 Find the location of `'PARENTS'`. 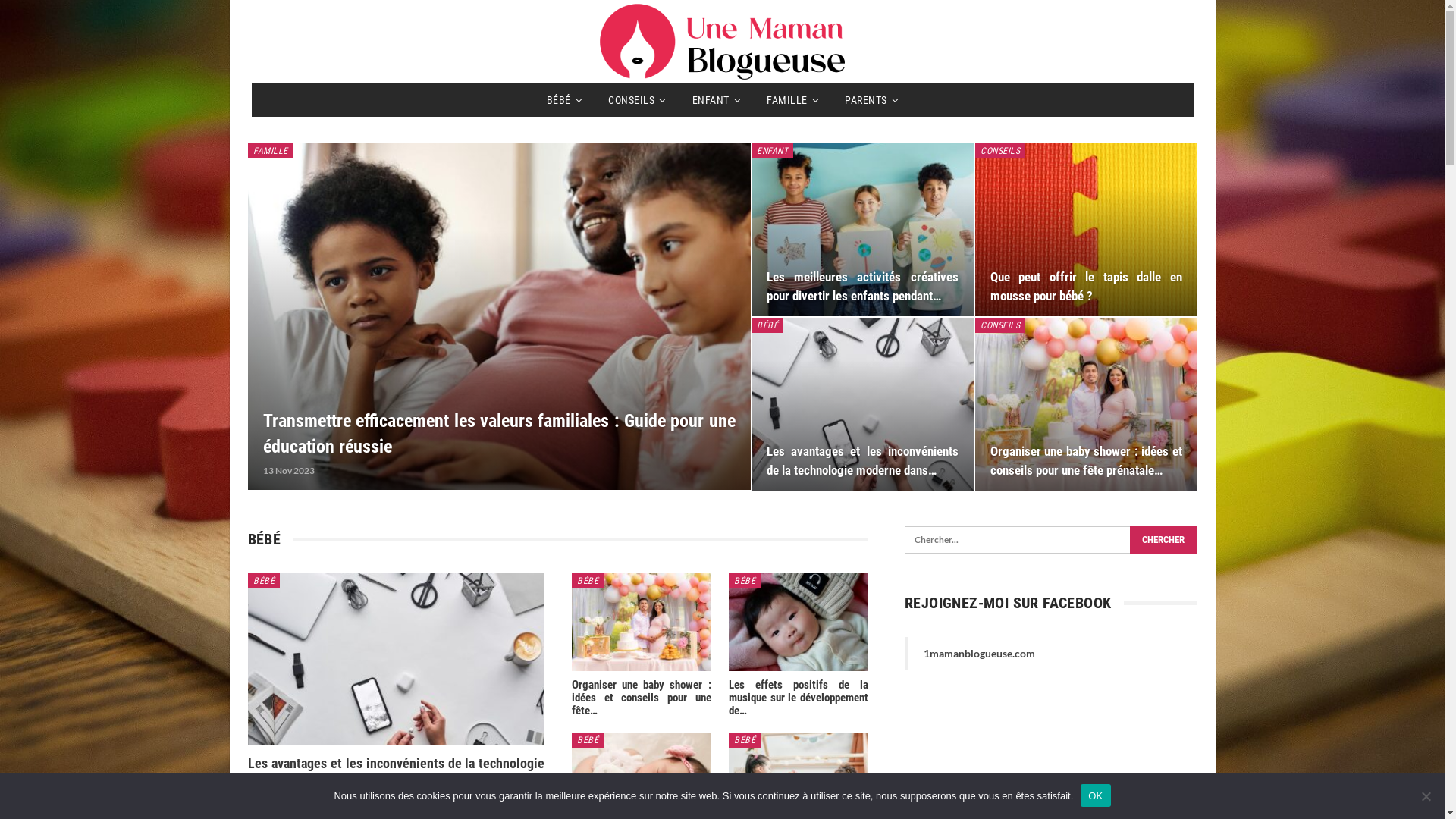

'PARENTS' is located at coordinates (871, 99).